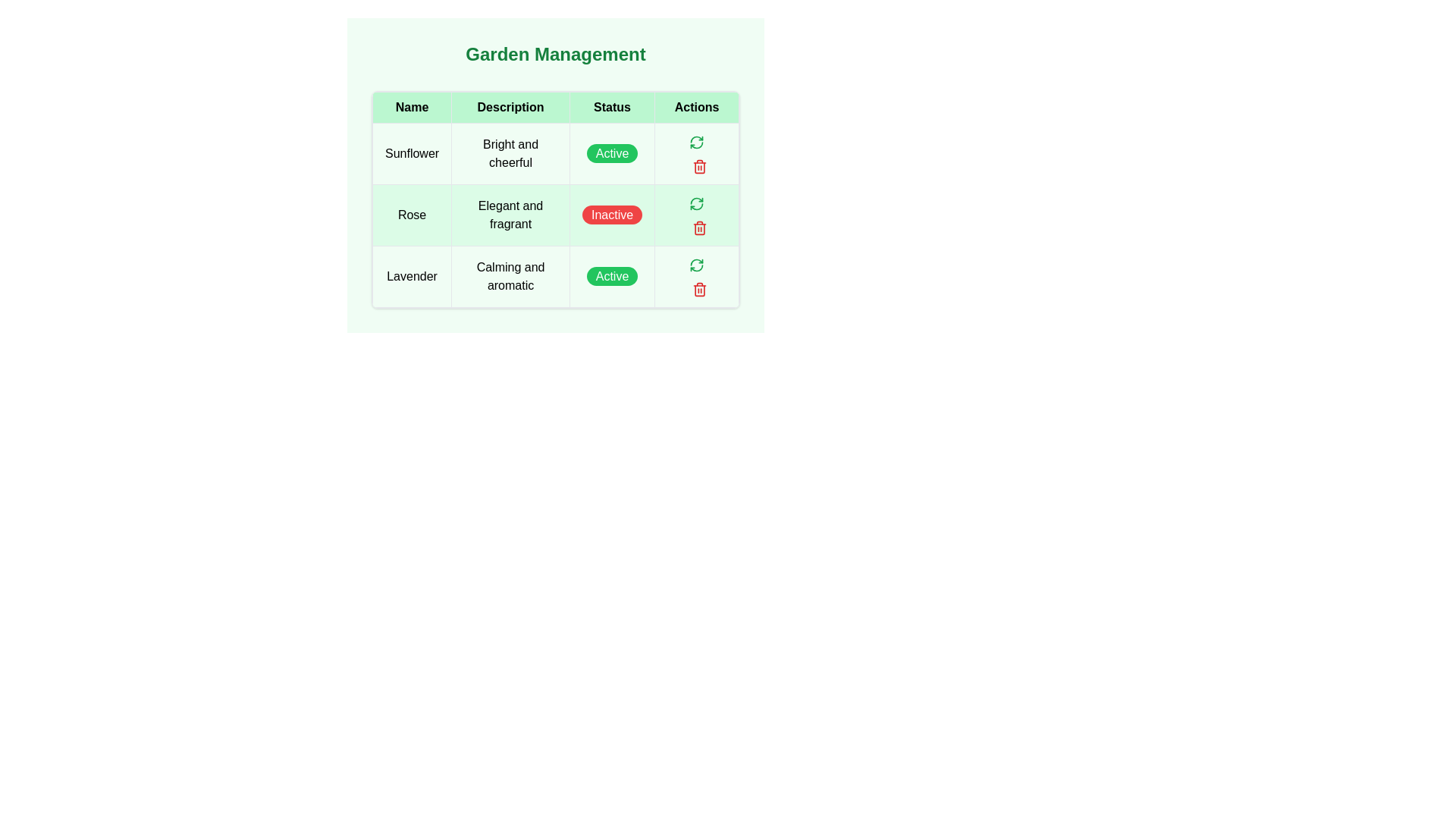 The height and width of the screenshot is (819, 1456). I want to click on the delete button located in the last column labeled 'Actions' for the row corresponding to 'Lavender', so click(699, 290).